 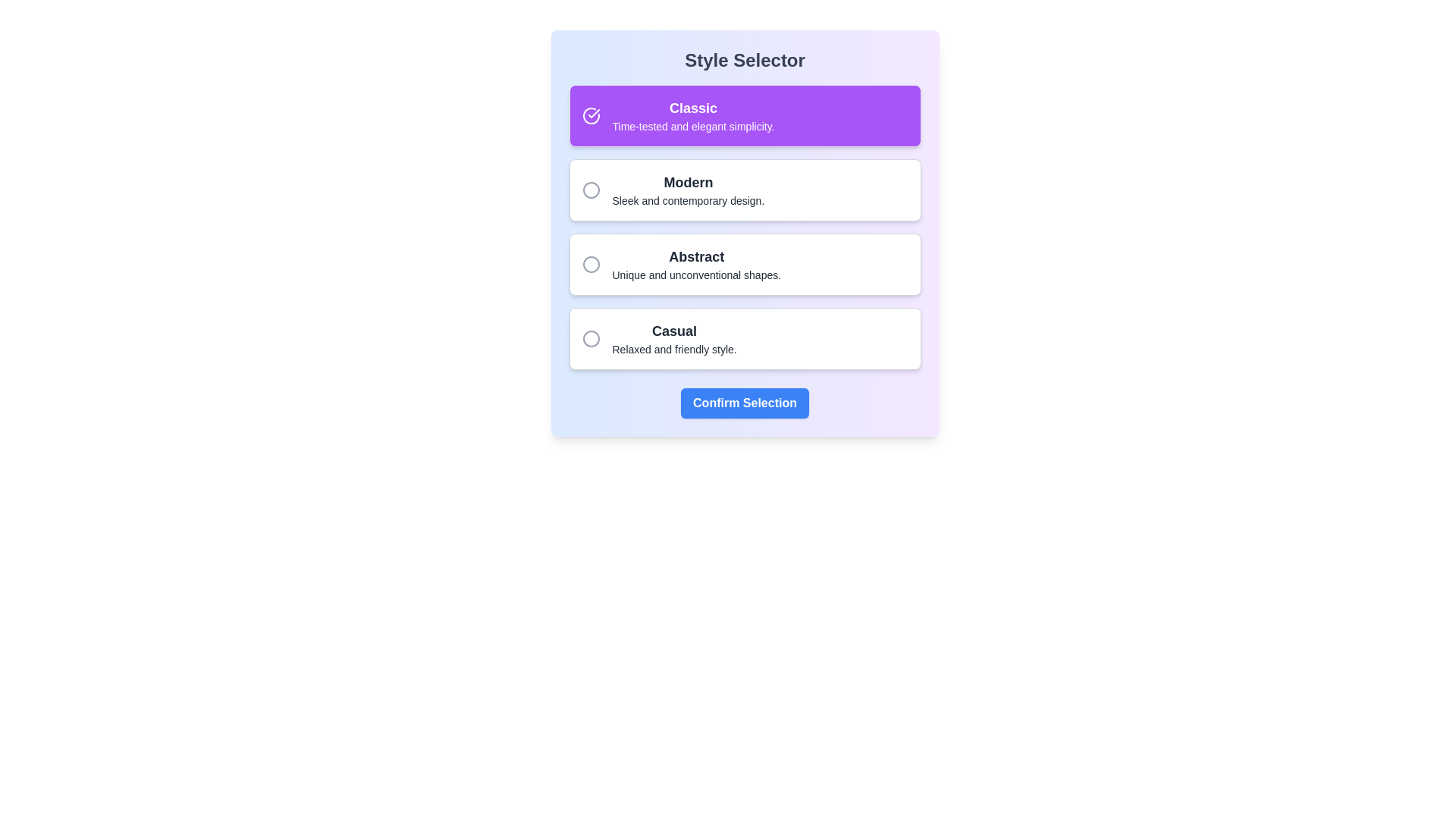 What do you see at coordinates (745, 189) in the screenshot?
I see `the 'Modern' style option by clicking the radio button or its surrounding area, which is the second selectable item in the vertical list of style options` at bounding box center [745, 189].